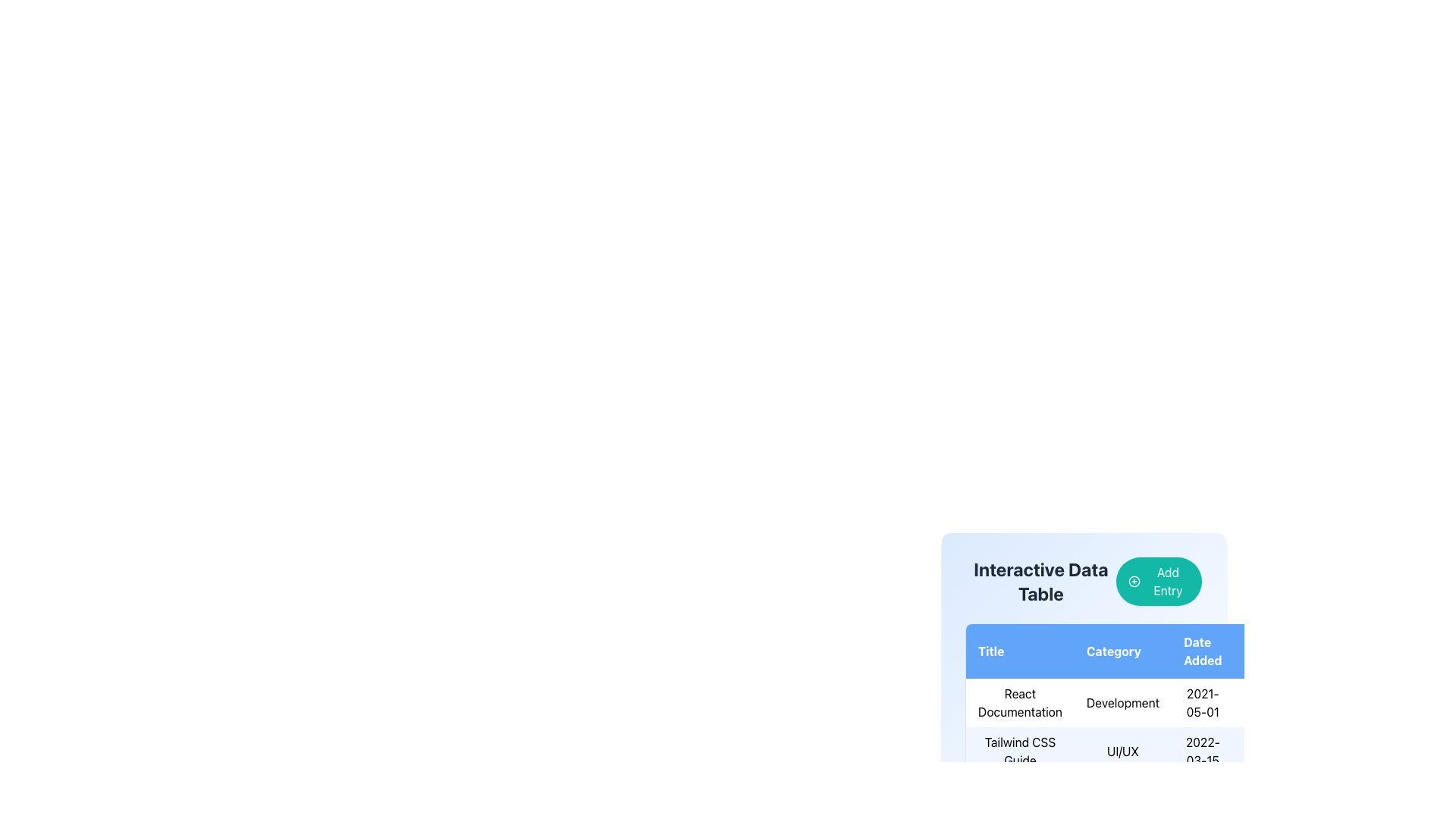 This screenshot has height=819, width=1456. Describe the element at coordinates (1202, 651) in the screenshot. I see `the Table Header indicating the date an item was added, which is the third item from the left in a row of four headers` at that location.